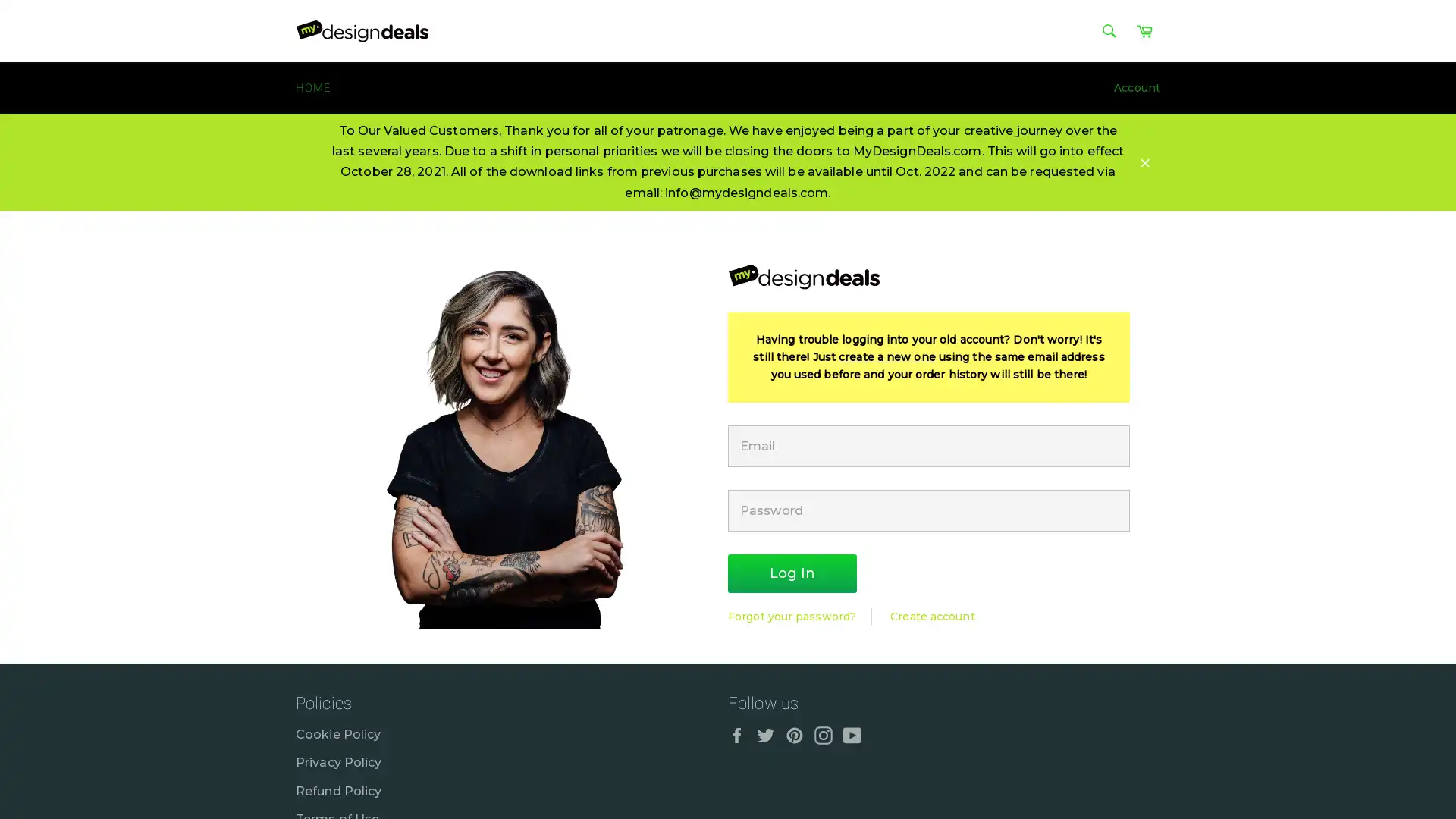  What do you see at coordinates (1425, 648) in the screenshot?
I see `0` at bounding box center [1425, 648].